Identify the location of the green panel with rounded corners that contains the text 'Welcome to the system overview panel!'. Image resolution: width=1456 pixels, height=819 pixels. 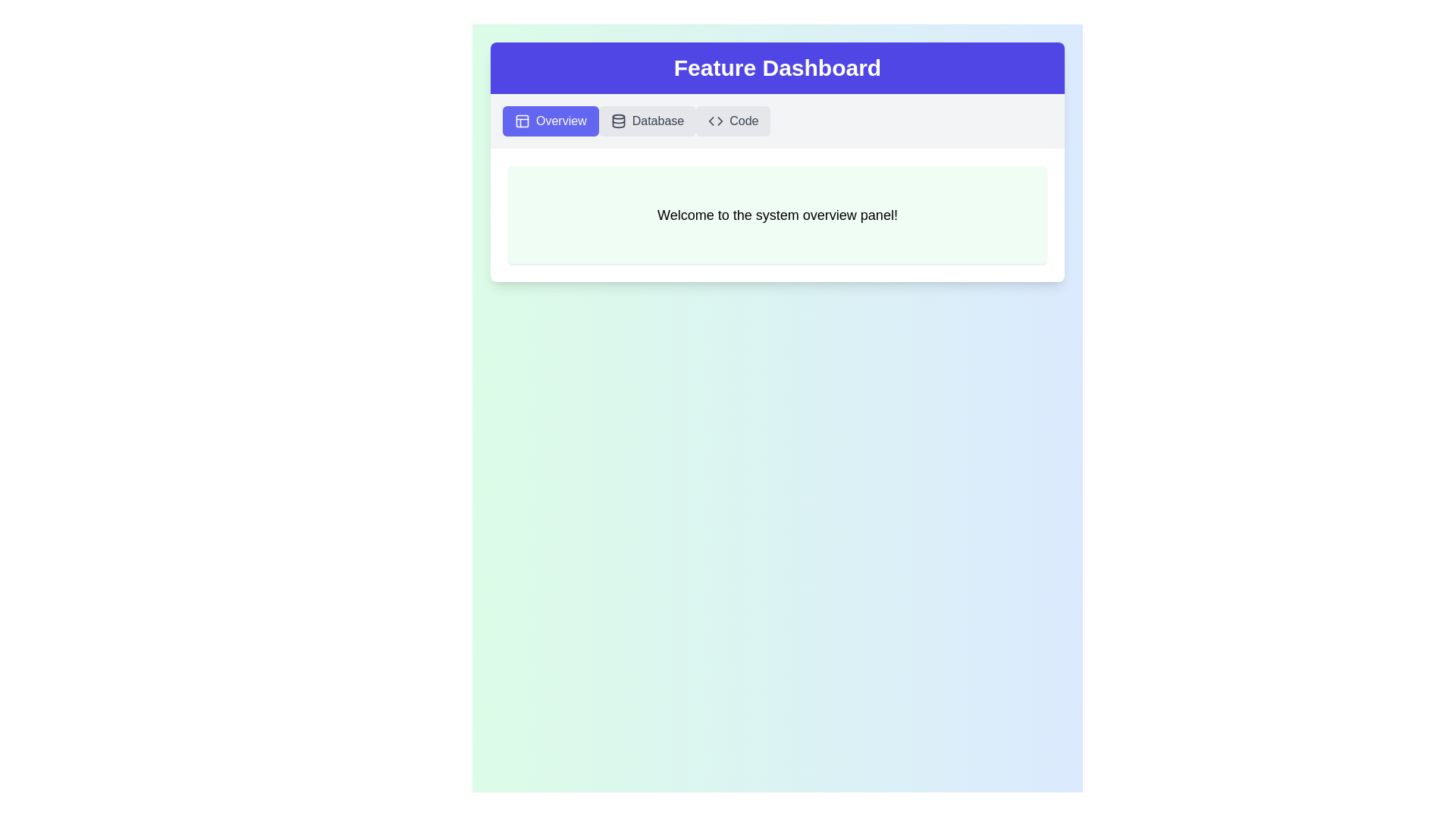
(777, 215).